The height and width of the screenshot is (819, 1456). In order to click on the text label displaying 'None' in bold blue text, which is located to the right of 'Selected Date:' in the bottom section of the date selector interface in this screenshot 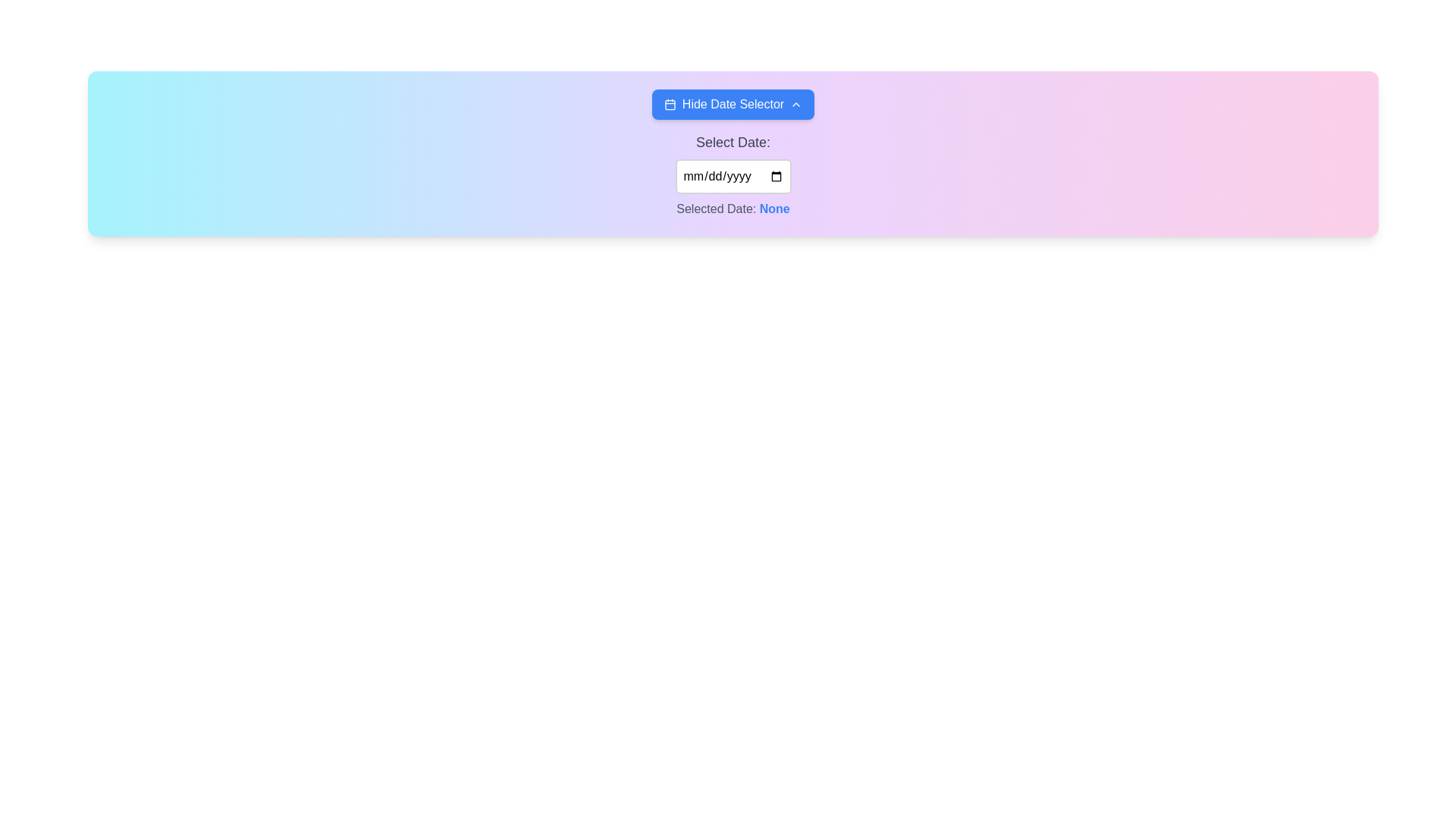, I will do `click(774, 209)`.